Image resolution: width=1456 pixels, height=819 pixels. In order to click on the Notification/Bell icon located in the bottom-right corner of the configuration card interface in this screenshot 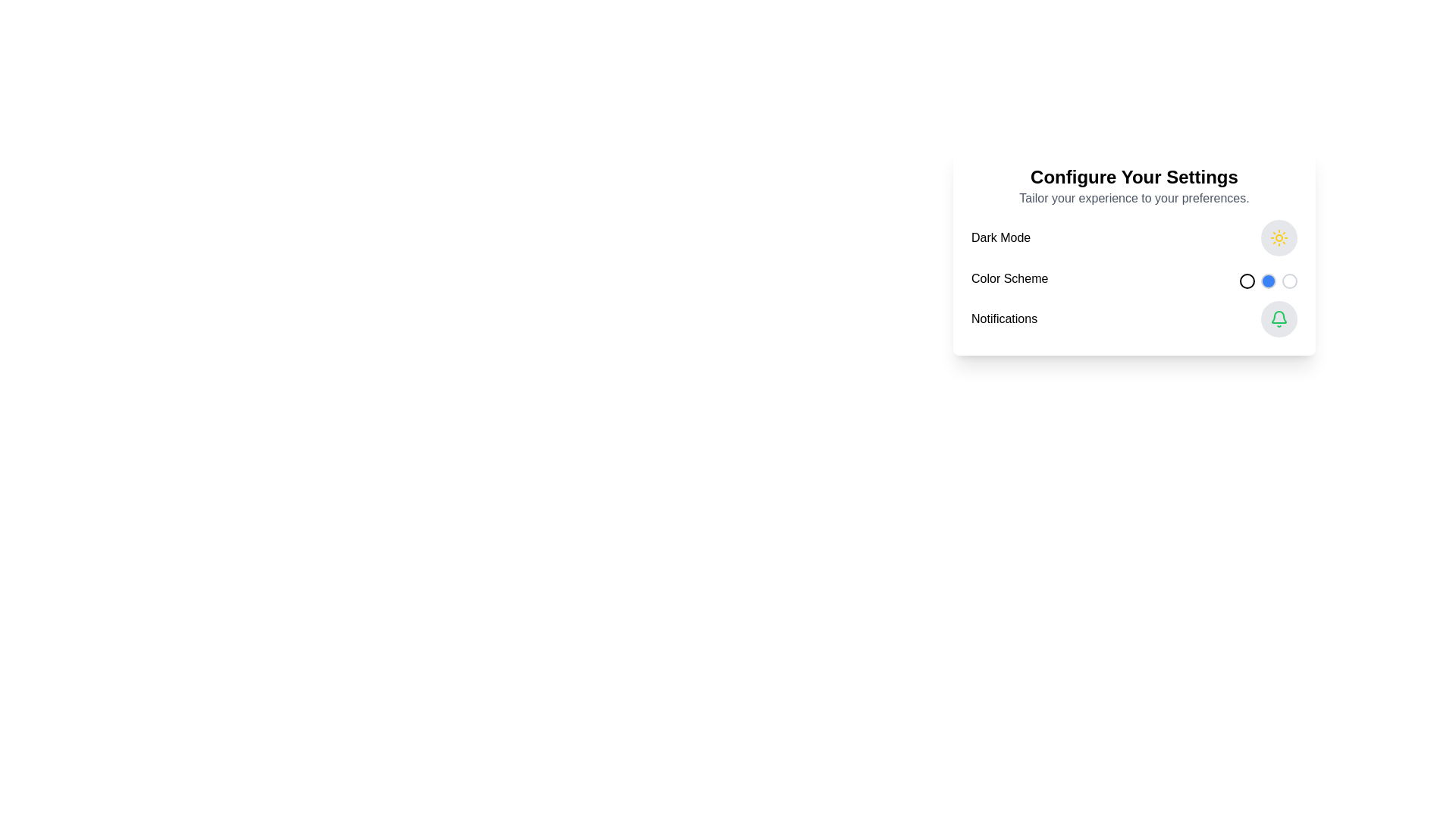, I will do `click(1278, 316)`.